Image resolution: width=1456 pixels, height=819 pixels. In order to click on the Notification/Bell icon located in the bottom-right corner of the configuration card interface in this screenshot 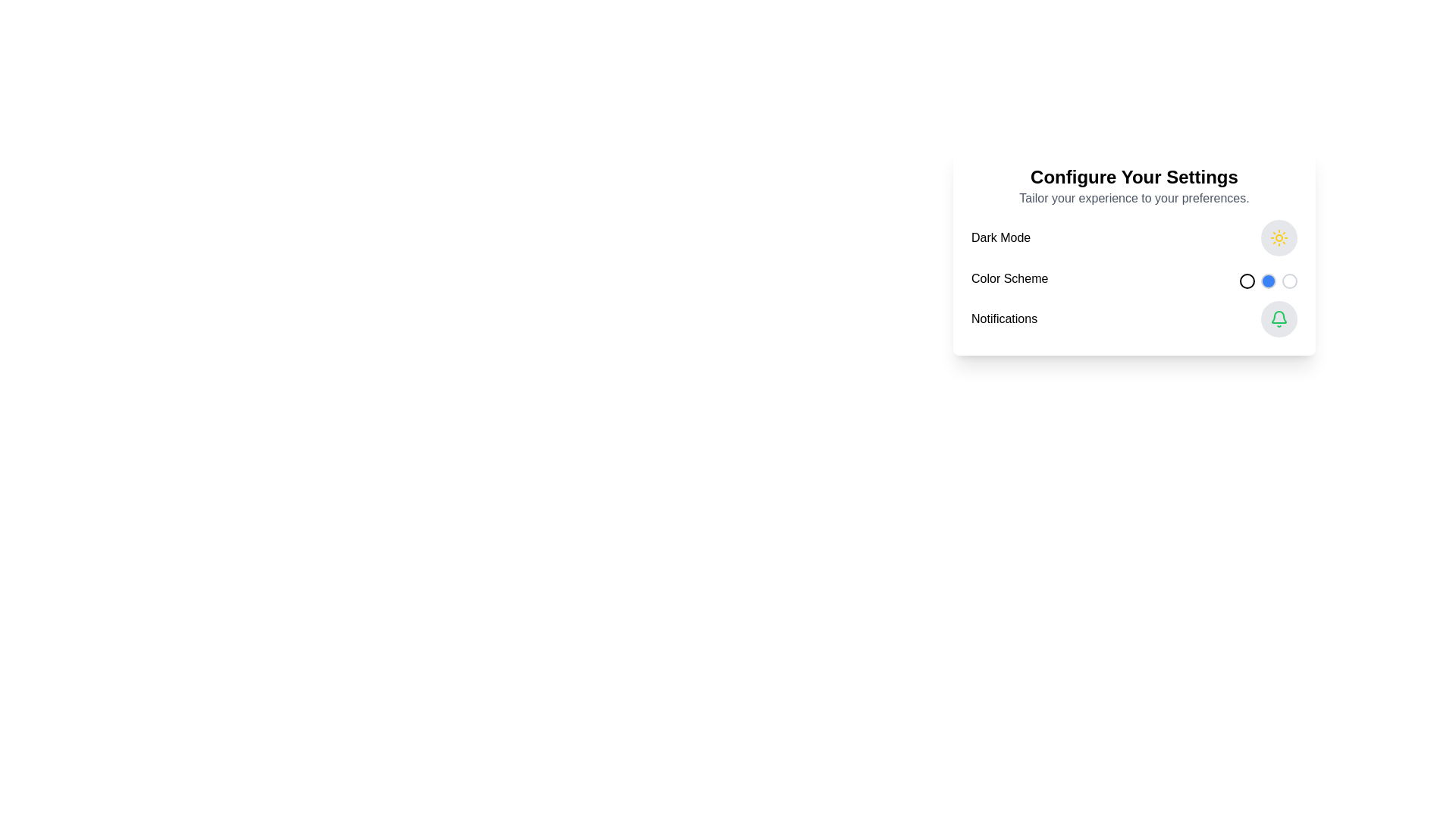, I will do `click(1278, 316)`.